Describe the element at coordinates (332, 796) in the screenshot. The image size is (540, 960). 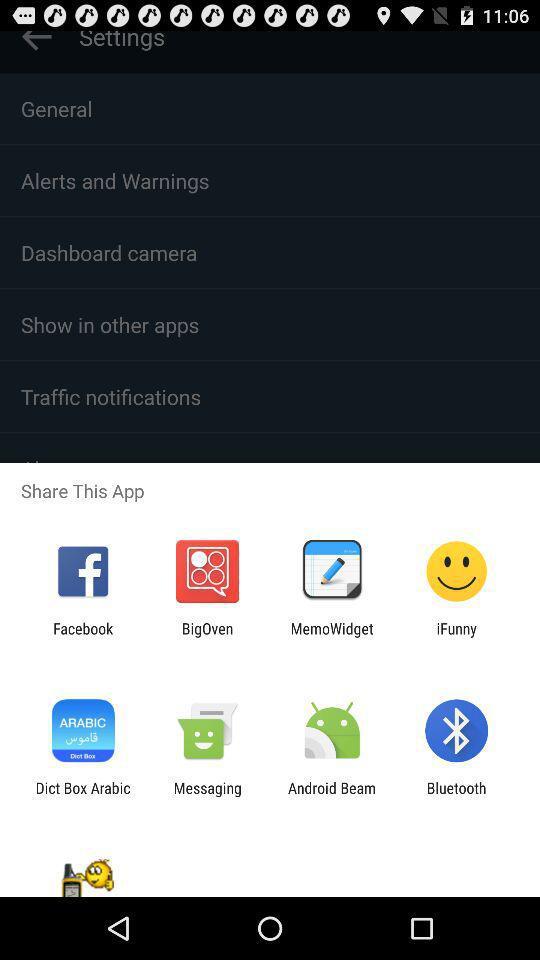
I see `item next to bluetooth icon` at that location.